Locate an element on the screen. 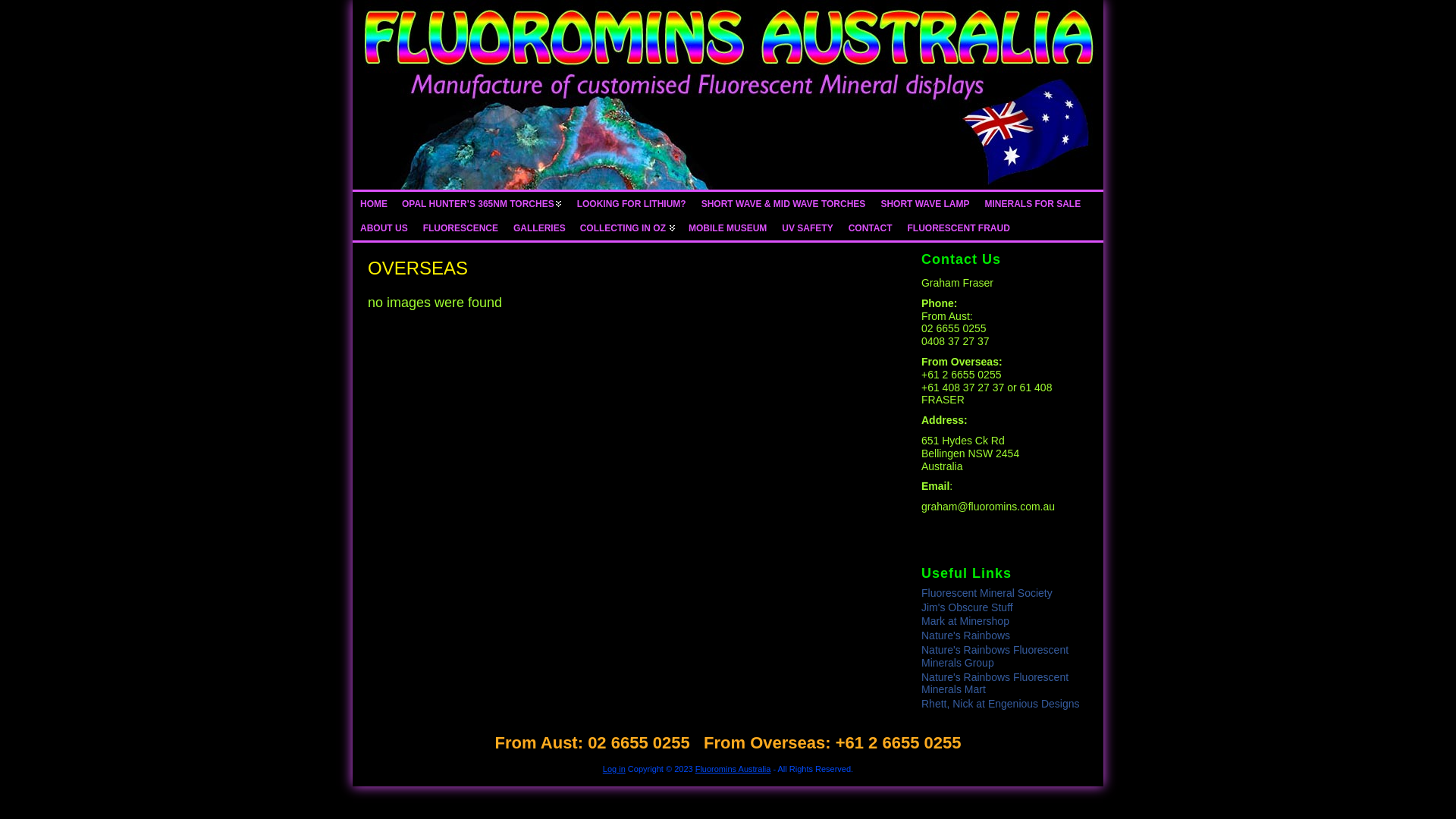  'MOBILE MUSEUM' is located at coordinates (679, 227).